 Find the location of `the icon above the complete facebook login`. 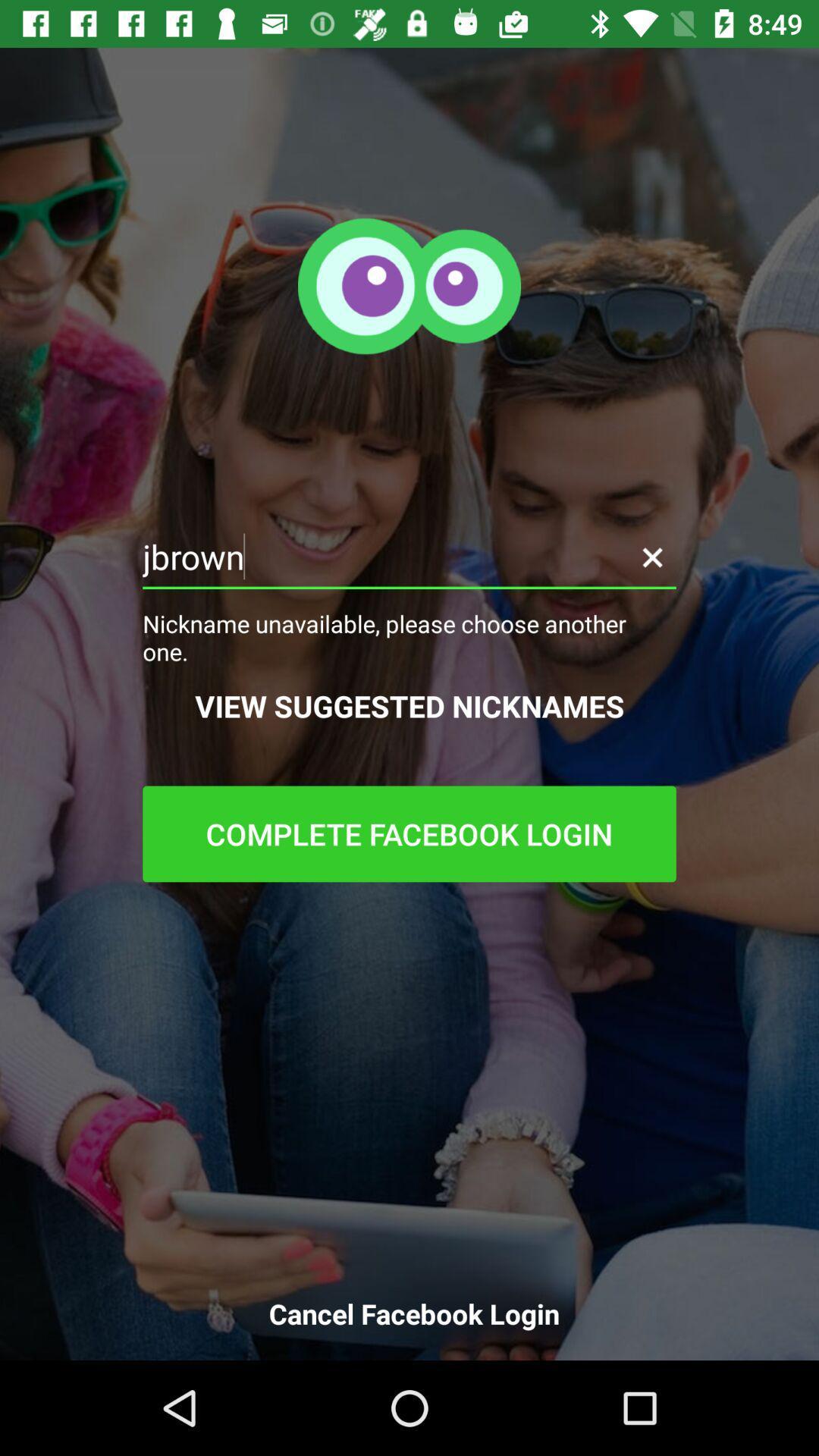

the icon above the complete facebook login is located at coordinates (409, 705).